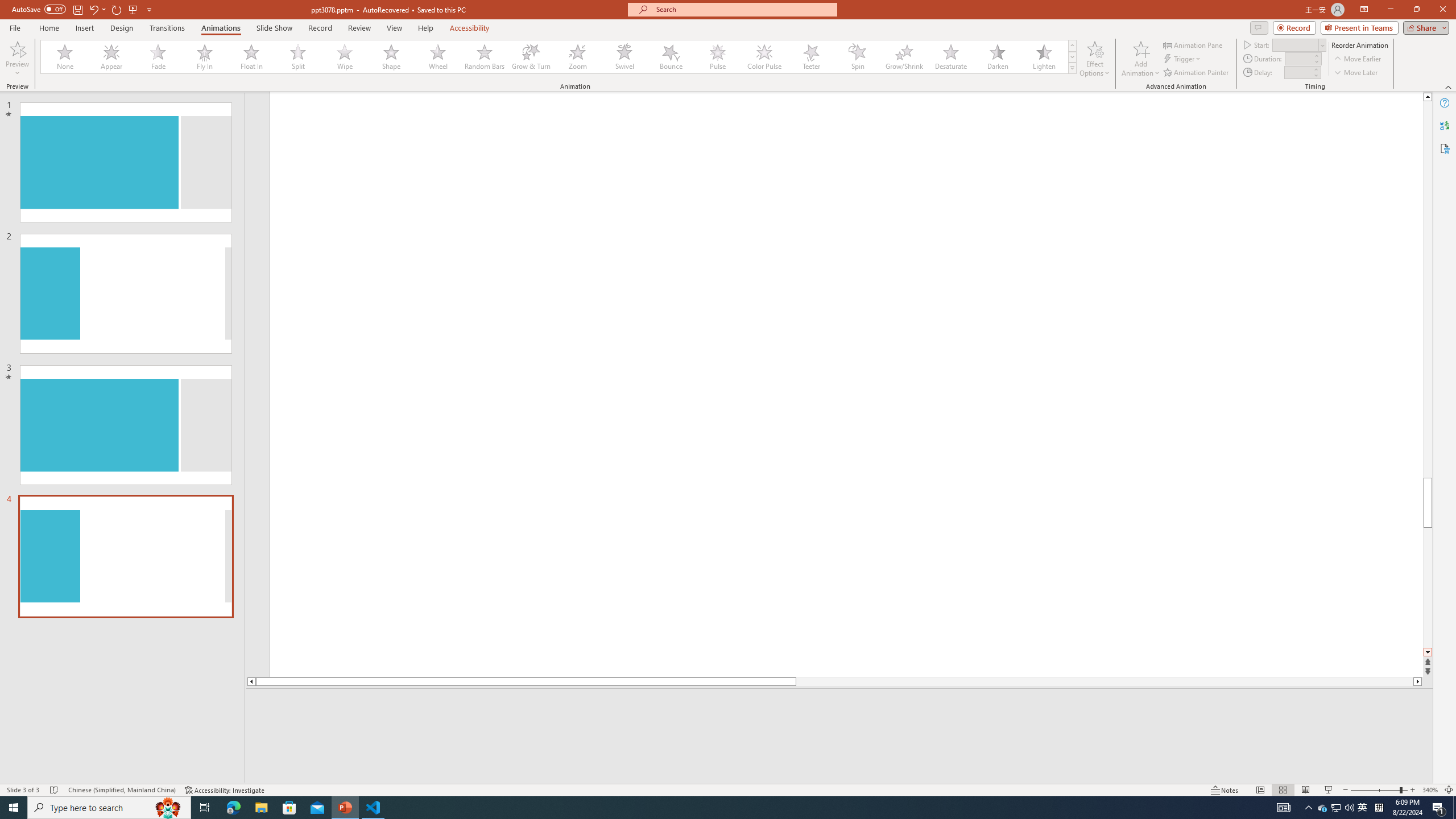 The width and height of the screenshot is (1456, 819). I want to click on 'Fade', so click(158, 56).